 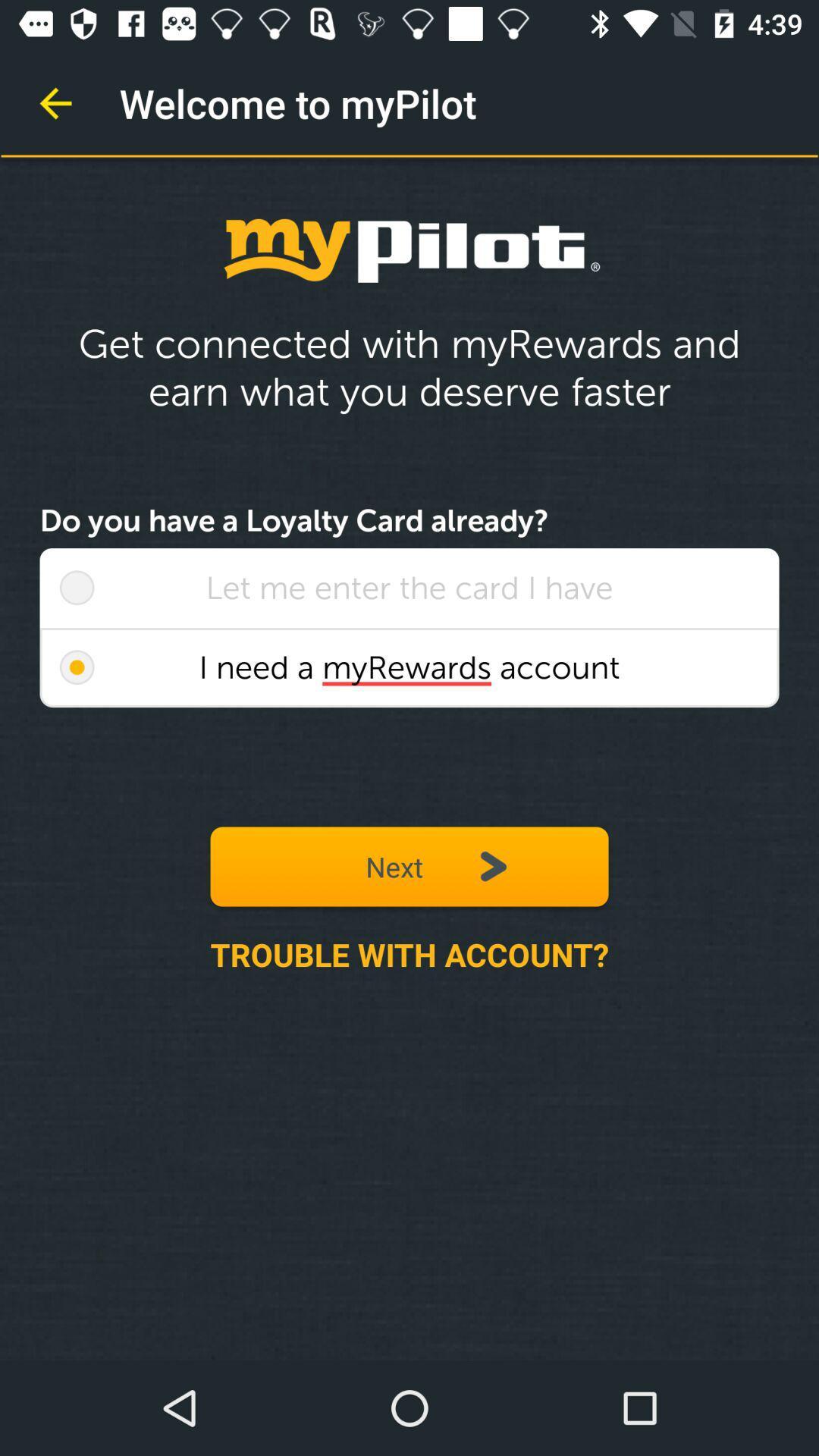 I want to click on the icon above i need a item, so click(x=77, y=587).